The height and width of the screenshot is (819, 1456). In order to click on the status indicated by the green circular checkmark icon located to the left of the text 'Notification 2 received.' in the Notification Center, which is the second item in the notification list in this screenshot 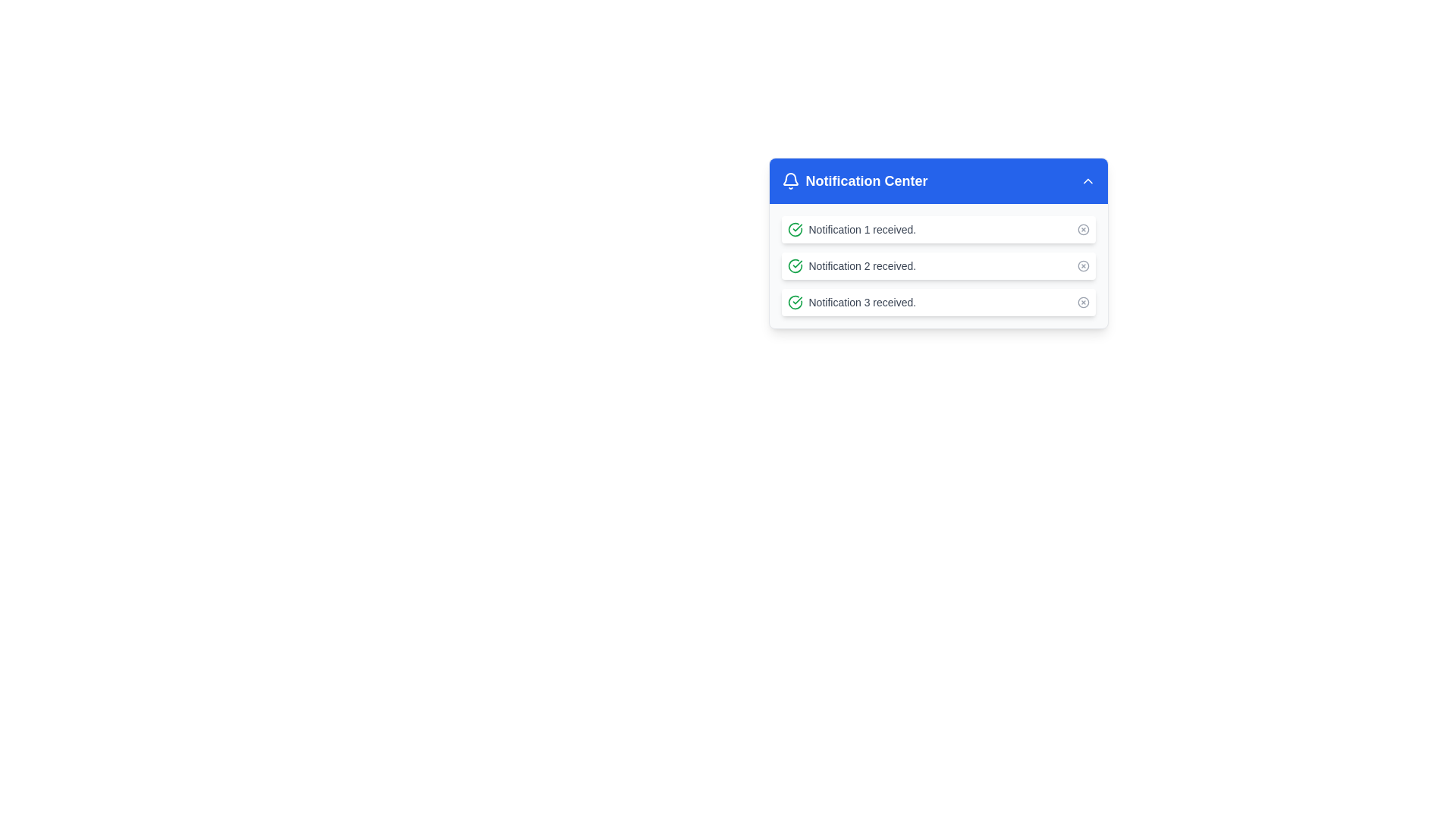, I will do `click(794, 265)`.